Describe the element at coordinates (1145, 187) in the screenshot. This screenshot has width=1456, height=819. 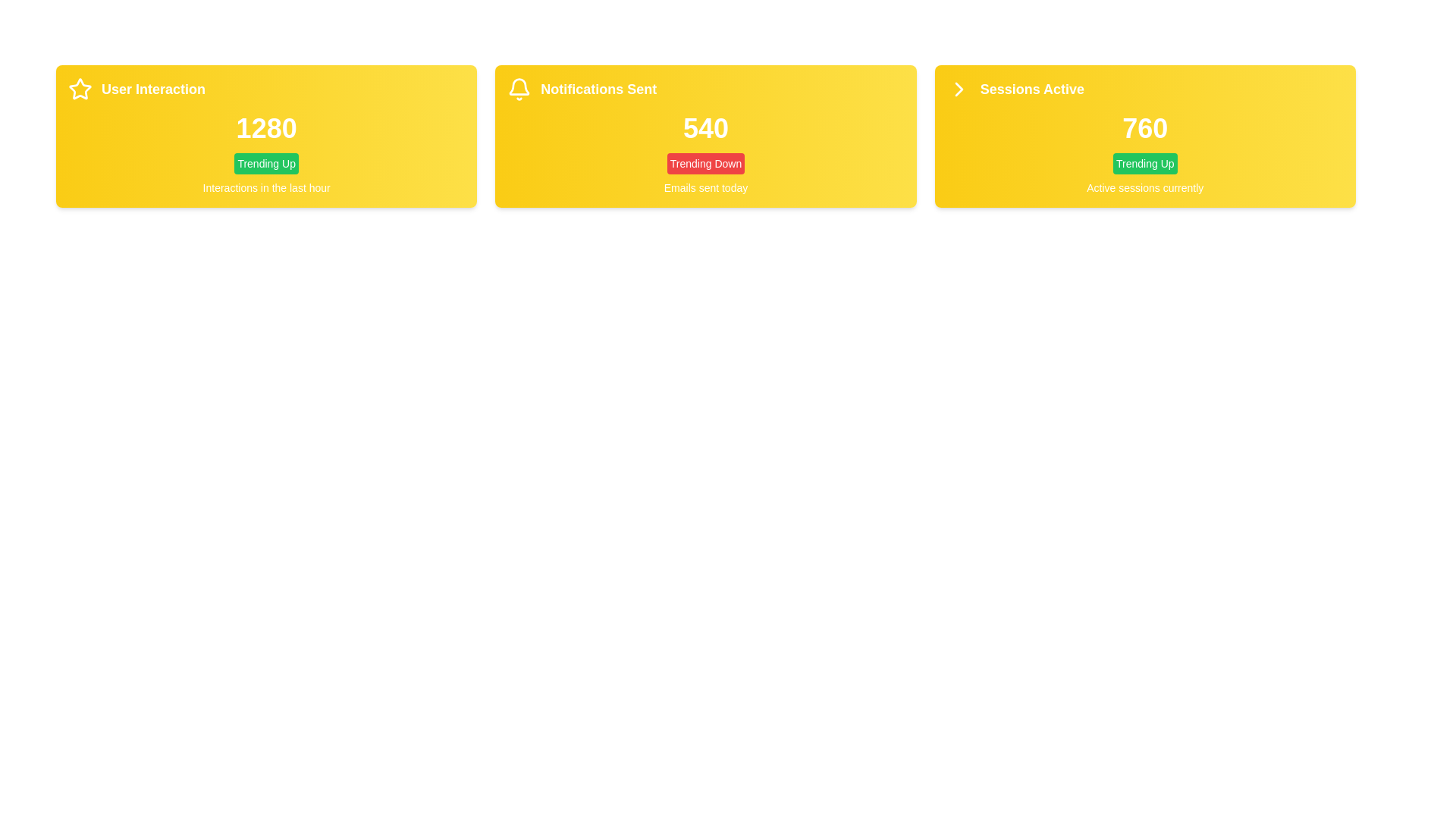
I see `the static text element labeled 'Active sessions currently', which is styled with small white font and located at the bottom of a yellow gradient panel labeled 'Sessions Active'` at that location.